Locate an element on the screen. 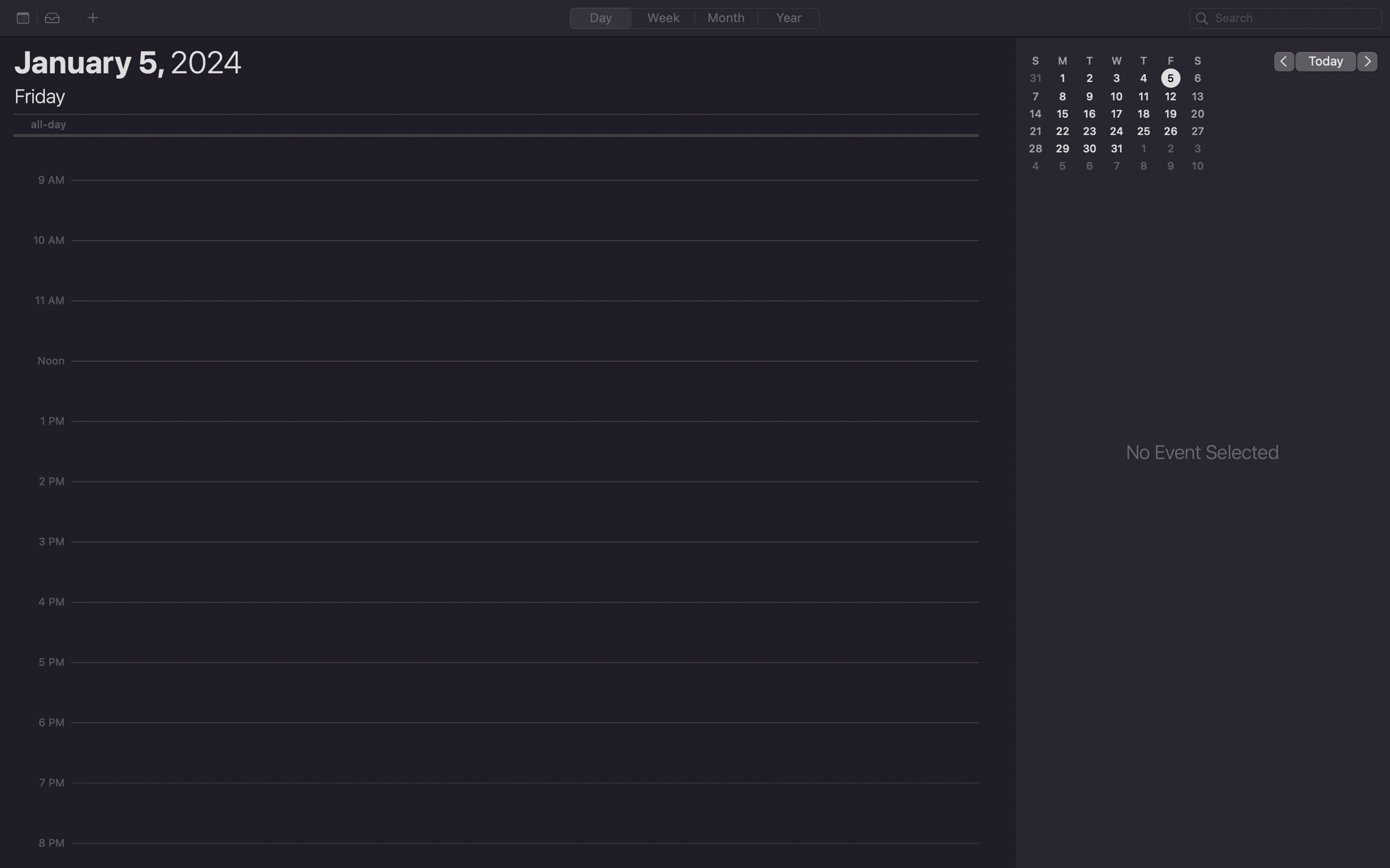 This screenshot has height=868, width=1390. Advance to the following day on the schedule is located at coordinates (1368, 60).